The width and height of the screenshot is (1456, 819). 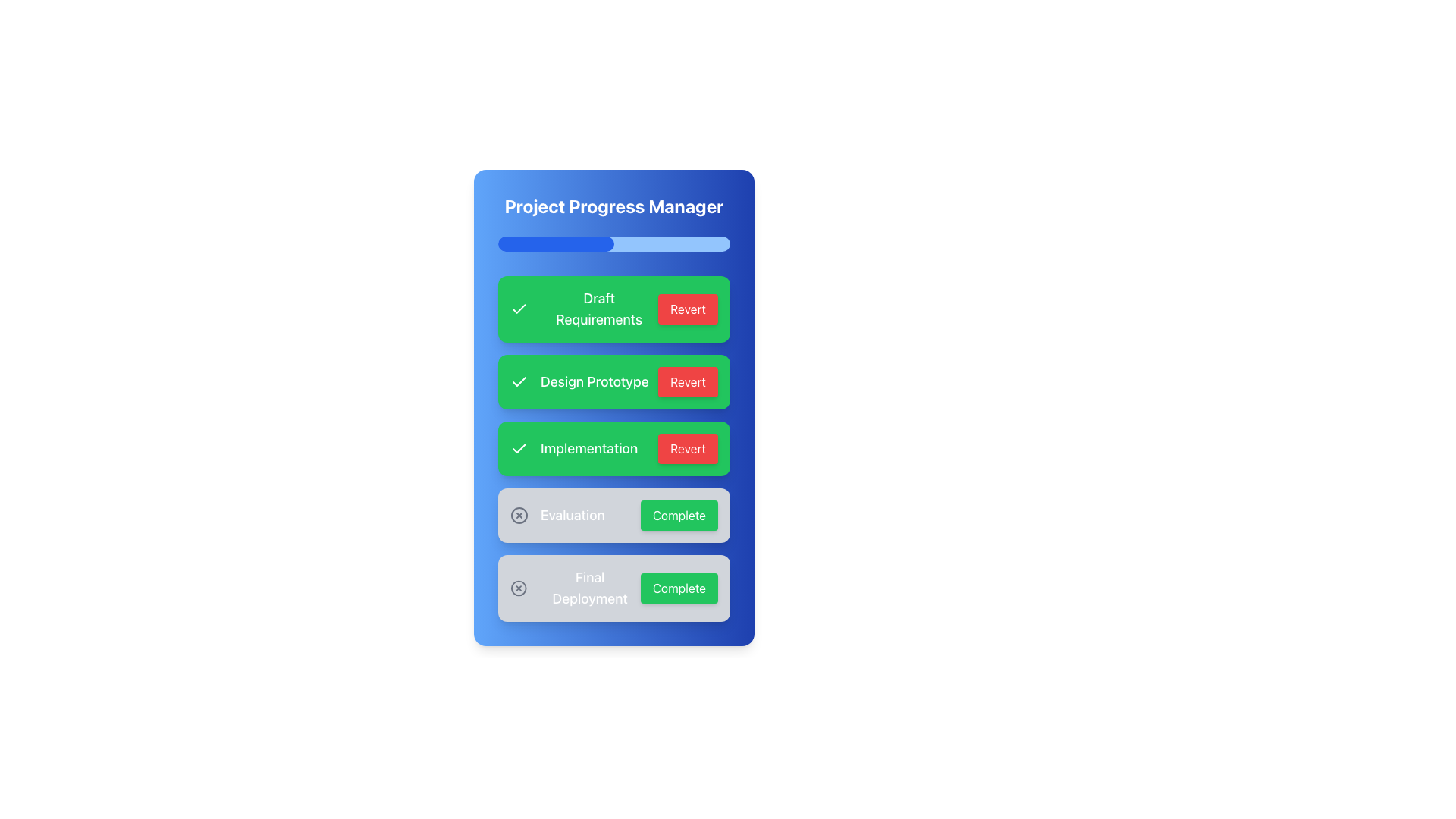 What do you see at coordinates (687, 381) in the screenshot?
I see `the 'Revert' button, which is a rectangular button with a red background and white text, to observe the hover effect` at bounding box center [687, 381].